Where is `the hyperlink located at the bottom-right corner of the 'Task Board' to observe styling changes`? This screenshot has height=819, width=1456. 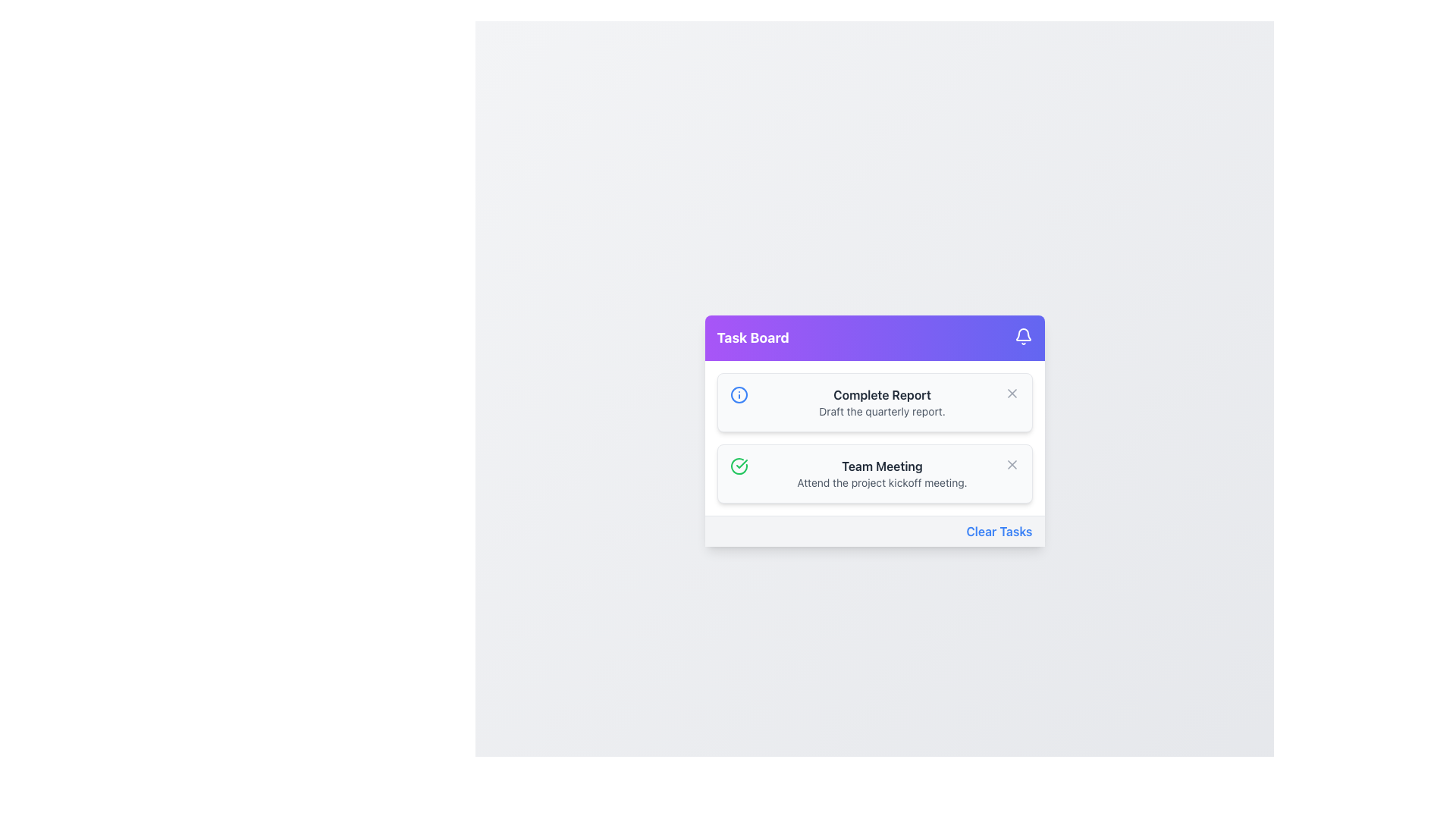
the hyperlink located at the bottom-right corner of the 'Task Board' to observe styling changes is located at coordinates (999, 530).